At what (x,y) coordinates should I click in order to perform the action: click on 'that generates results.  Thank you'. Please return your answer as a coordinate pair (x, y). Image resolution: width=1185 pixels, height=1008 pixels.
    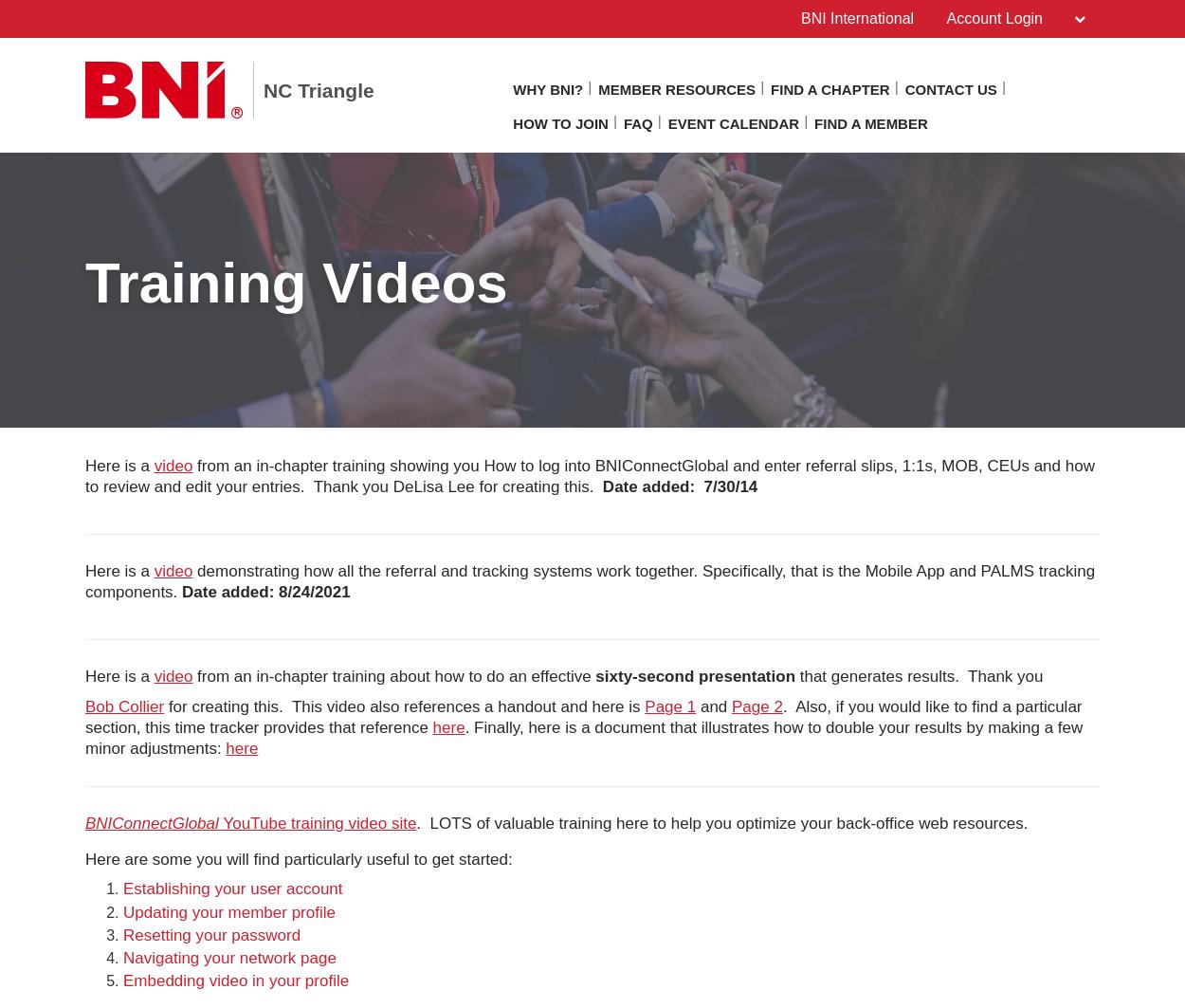
    Looking at the image, I should click on (918, 675).